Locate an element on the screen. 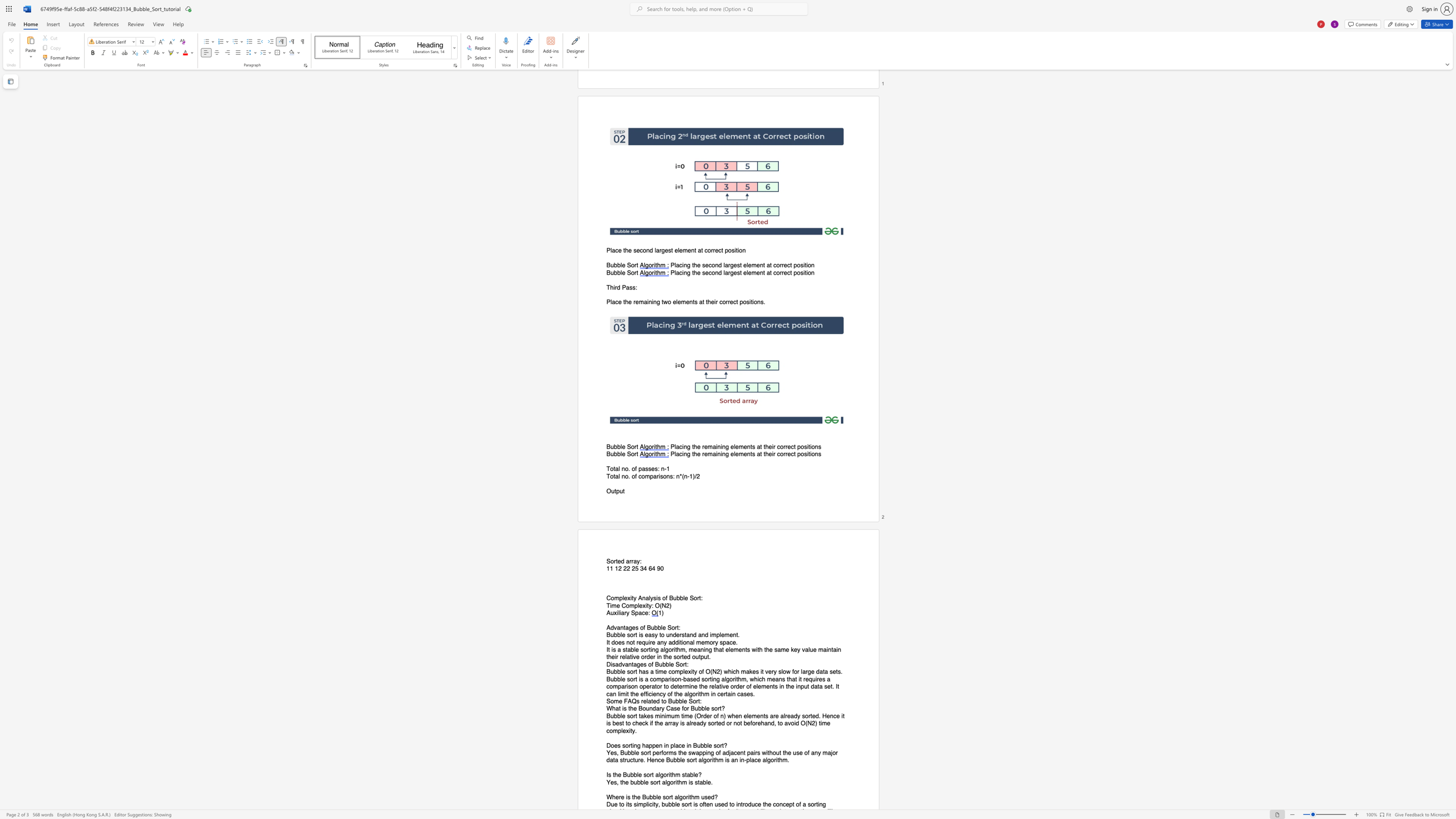 The height and width of the screenshot is (819, 1456). the 2th character "n" in the text is located at coordinates (660, 745).